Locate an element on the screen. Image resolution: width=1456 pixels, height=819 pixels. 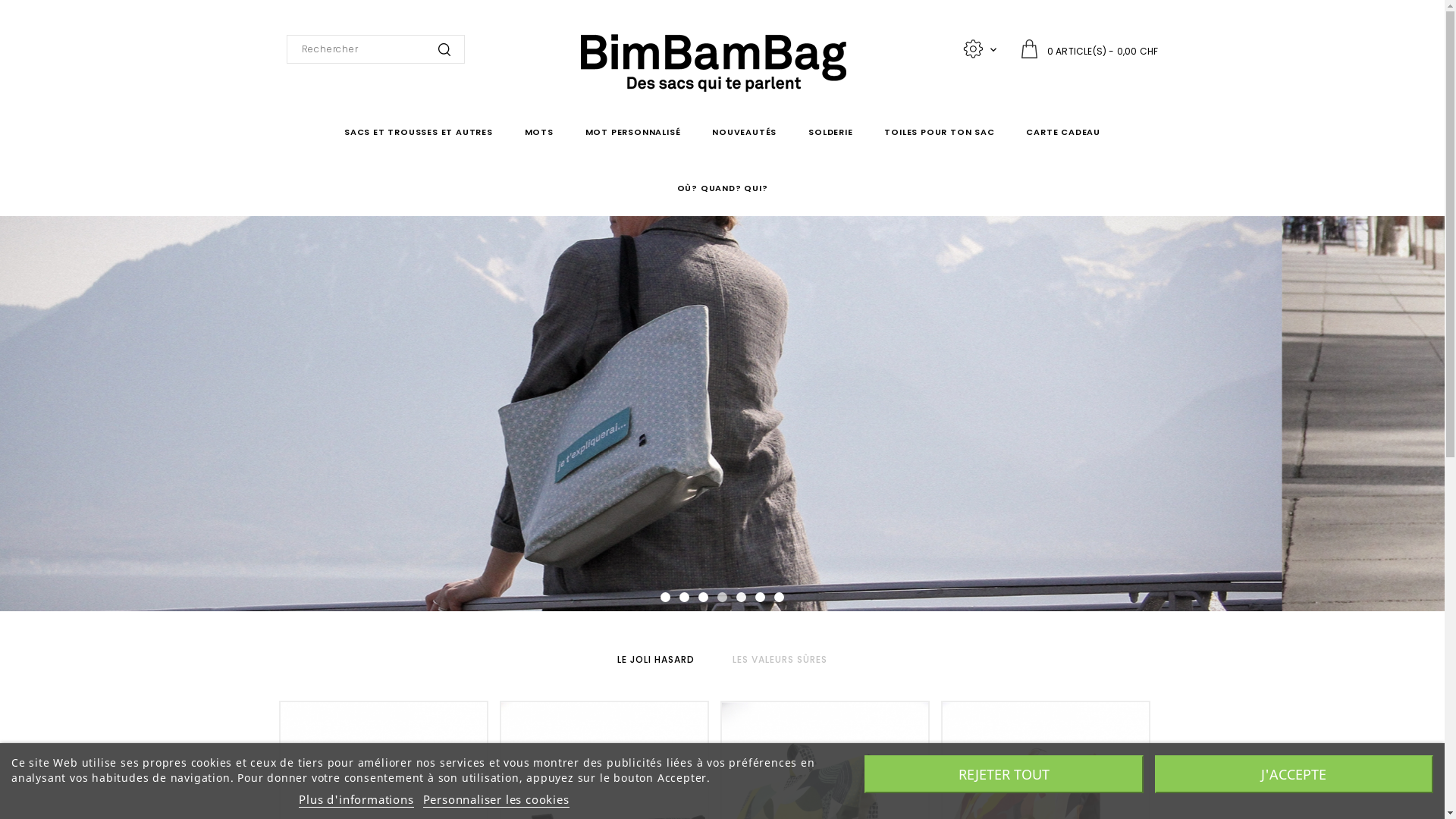
'4' is located at coordinates (716, 596).